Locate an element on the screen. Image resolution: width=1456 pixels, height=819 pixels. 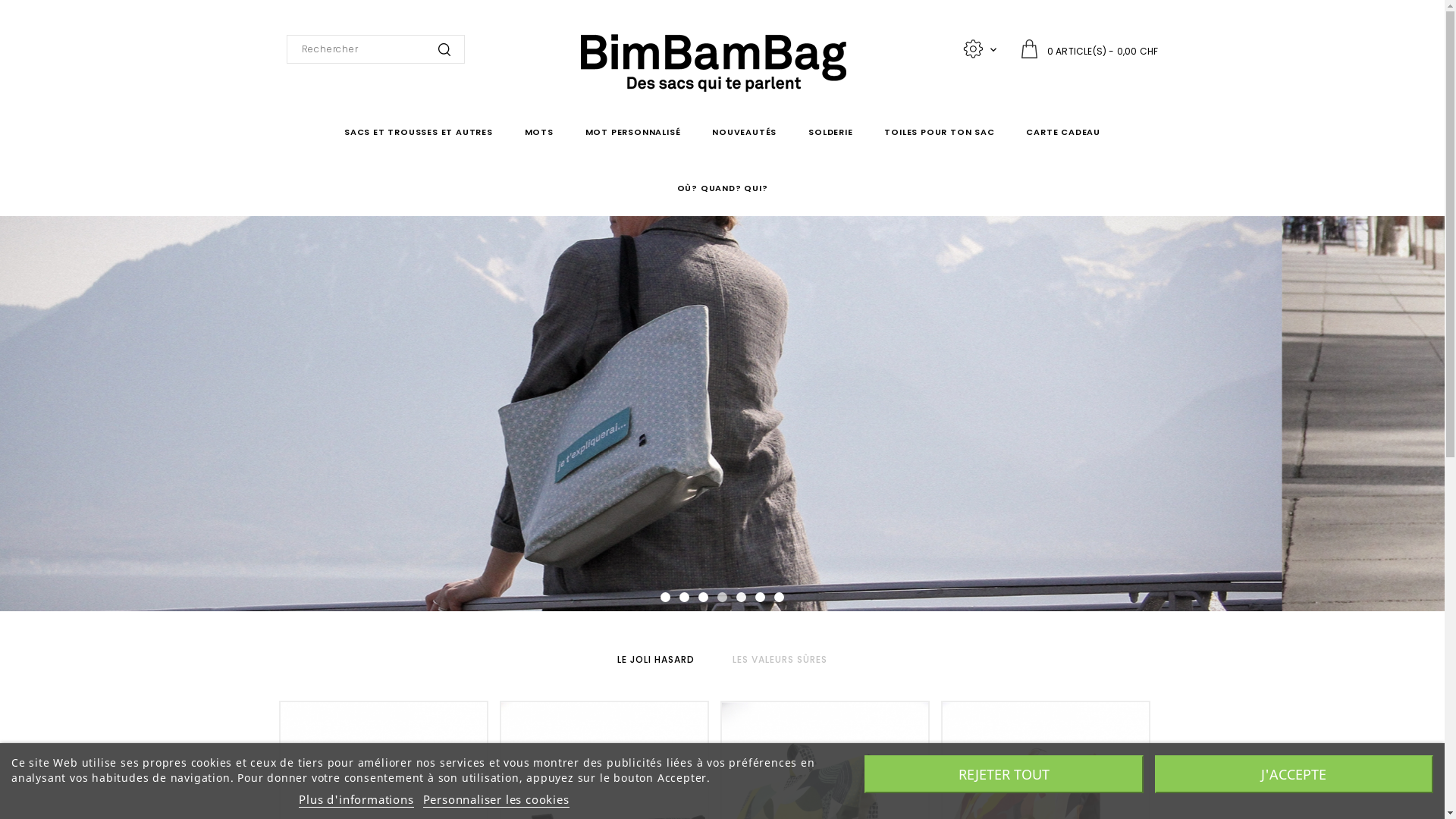
'4' is located at coordinates (716, 596).